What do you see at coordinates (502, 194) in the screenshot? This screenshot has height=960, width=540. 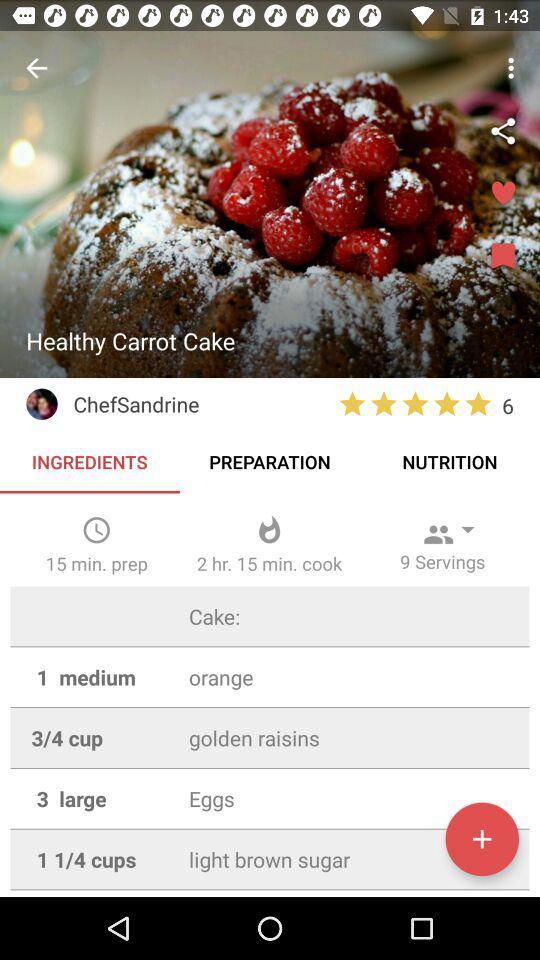 I see `like of the image` at bounding box center [502, 194].